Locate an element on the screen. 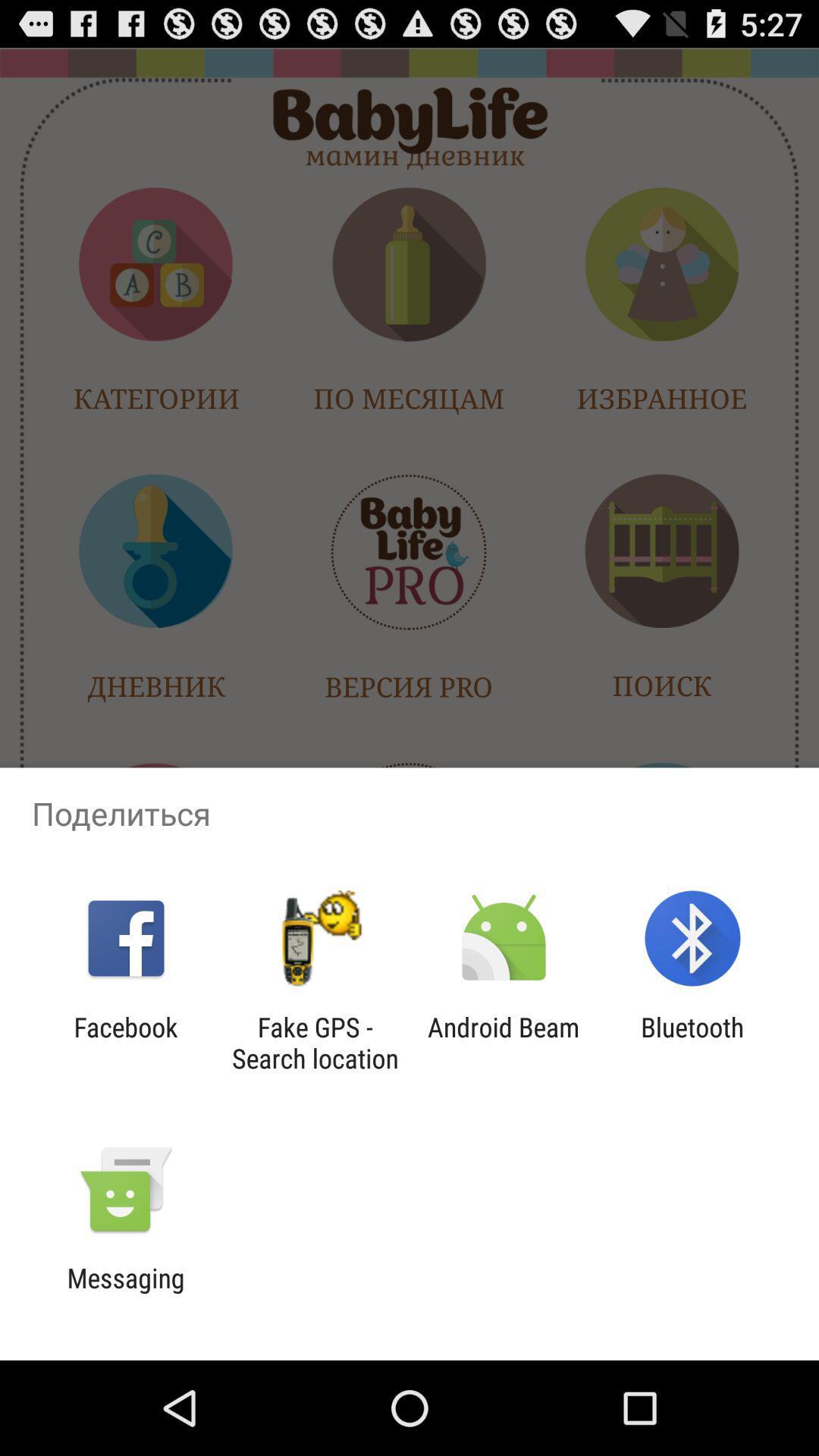 The image size is (819, 1456). icon to the right of android beam item is located at coordinates (692, 1042).